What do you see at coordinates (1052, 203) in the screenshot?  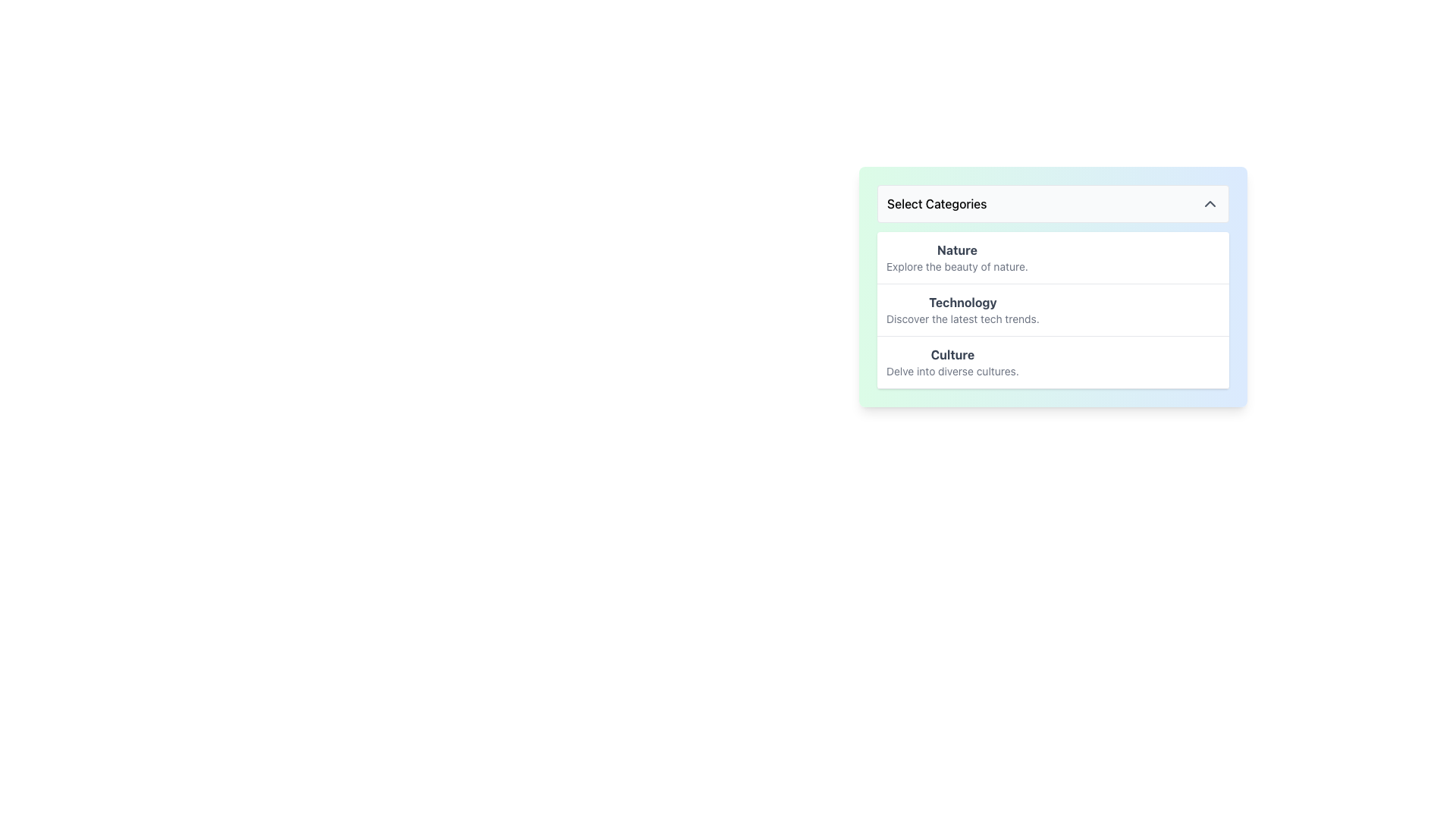 I see `the Dropdown Trigger labeled 'Select Categories'` at bounding box center [1052, 203].